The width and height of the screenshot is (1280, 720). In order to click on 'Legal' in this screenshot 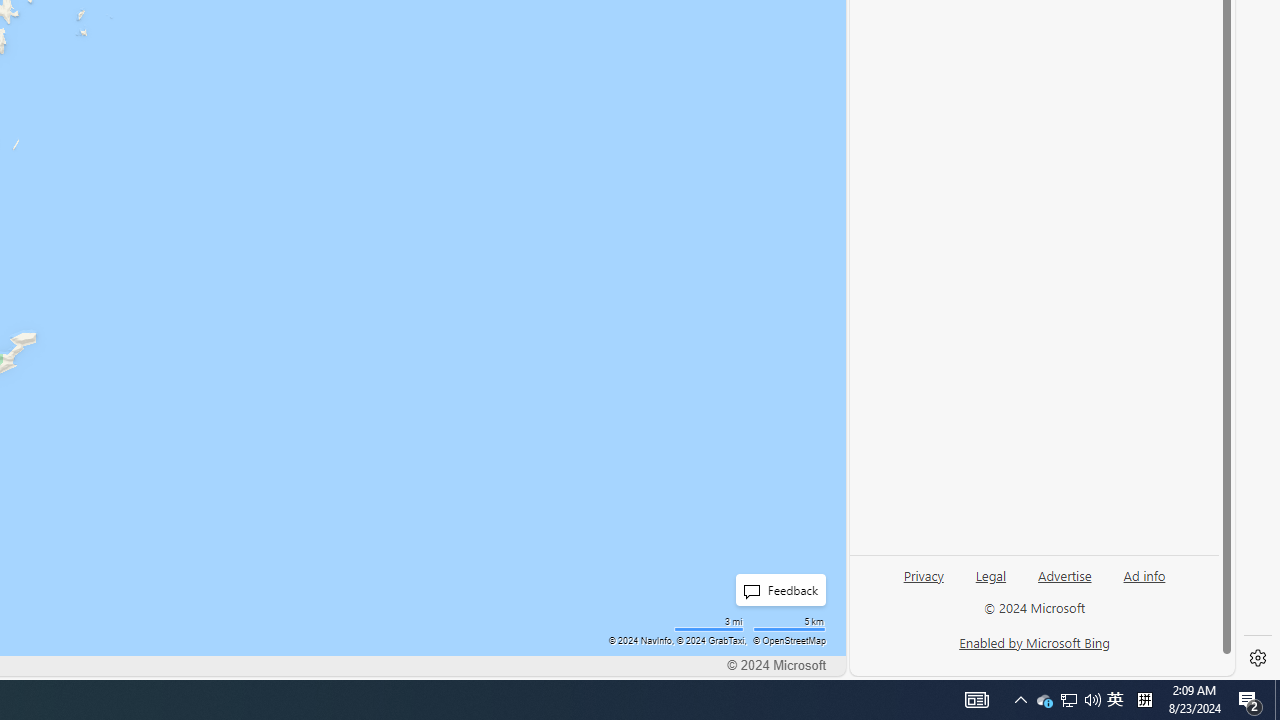, I will do `click(990, 583)`.